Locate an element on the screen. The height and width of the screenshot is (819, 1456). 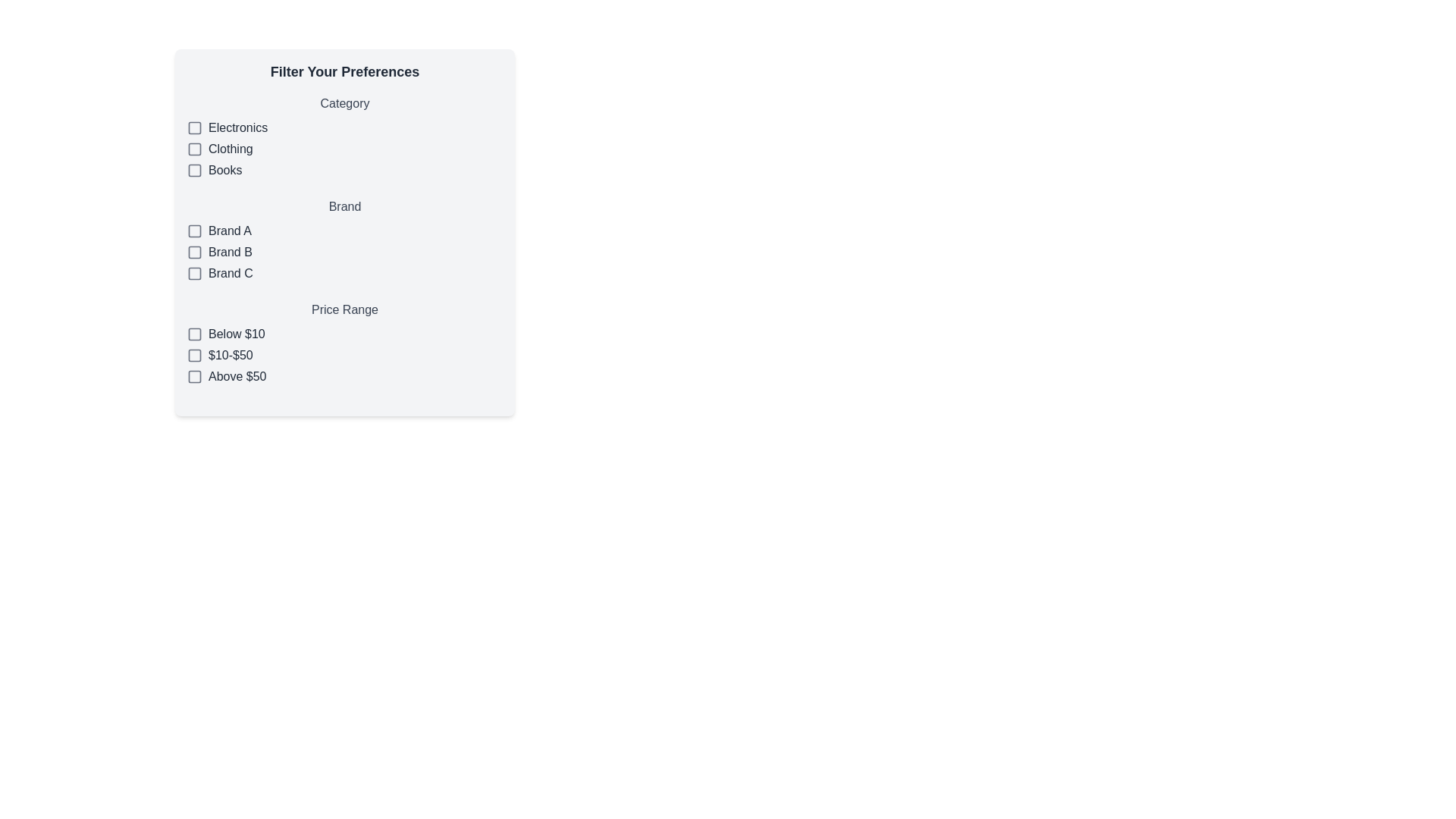
text content of the label indicating the price range filter for items between $10 and $50, located in the 'Price Range' section of the filter preferences panel is located at coordinates (230, 356).